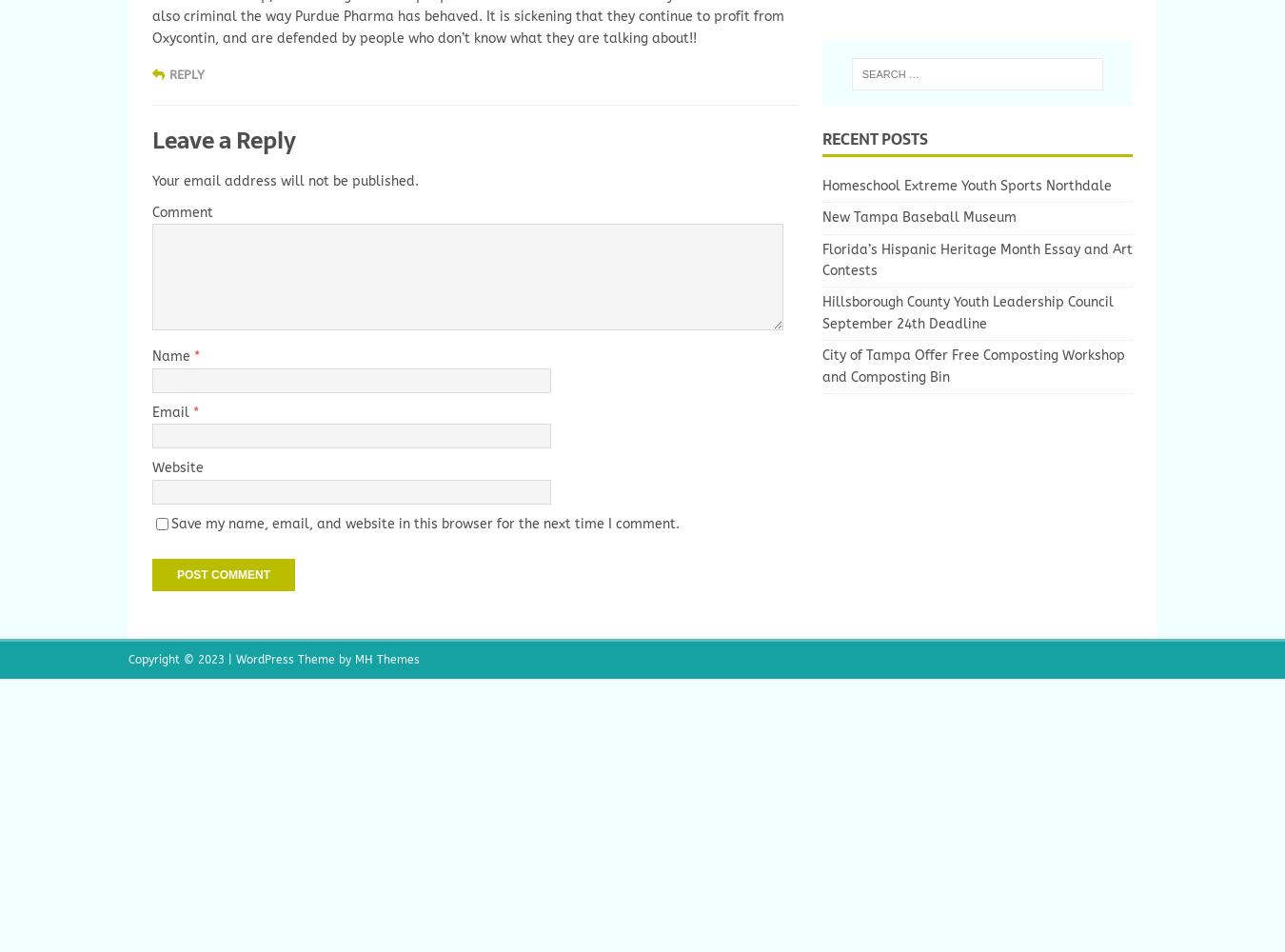  I want to click on 'Email', so click(151, 411).